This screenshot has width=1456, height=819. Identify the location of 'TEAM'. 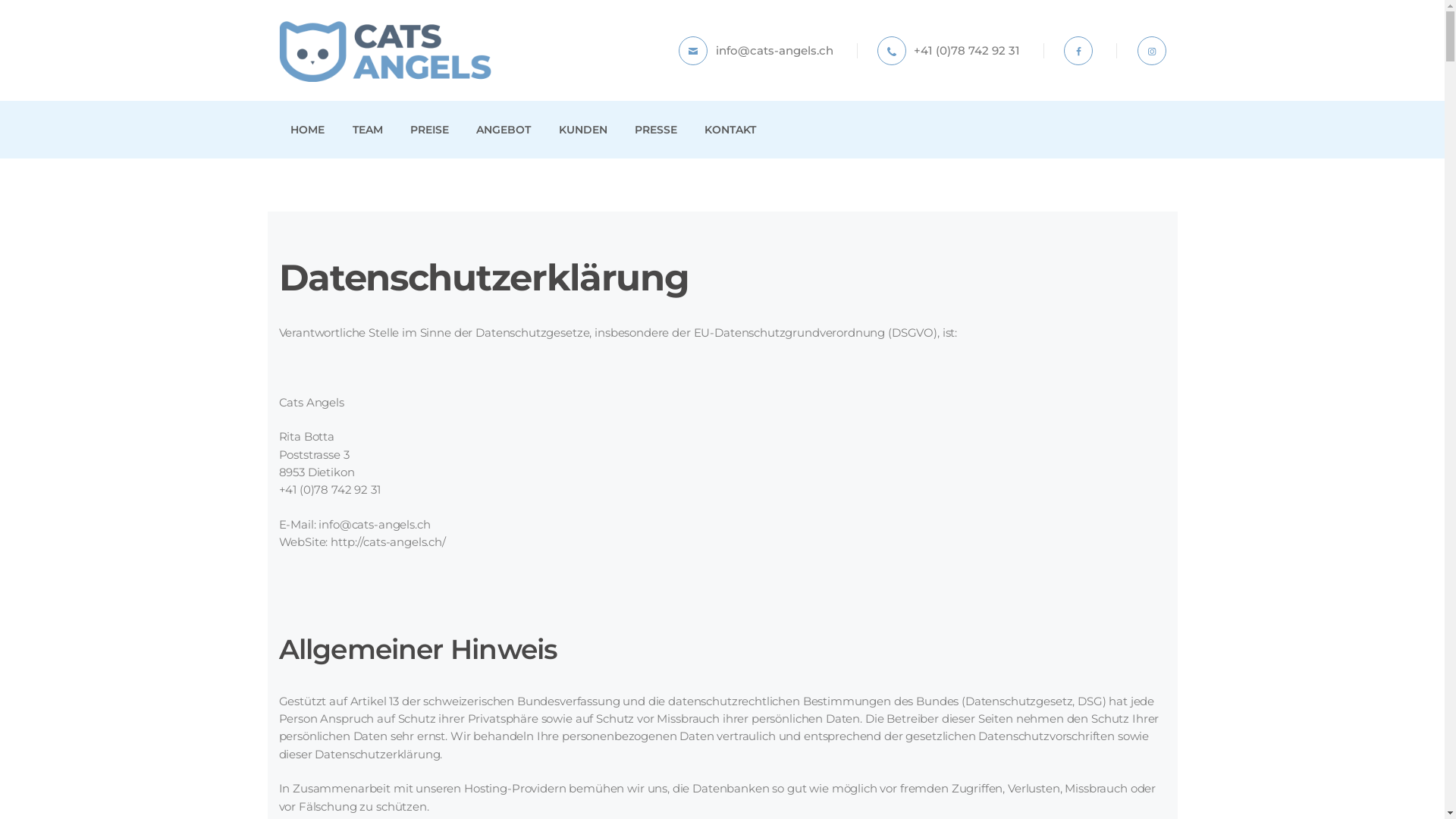
(367, 128).